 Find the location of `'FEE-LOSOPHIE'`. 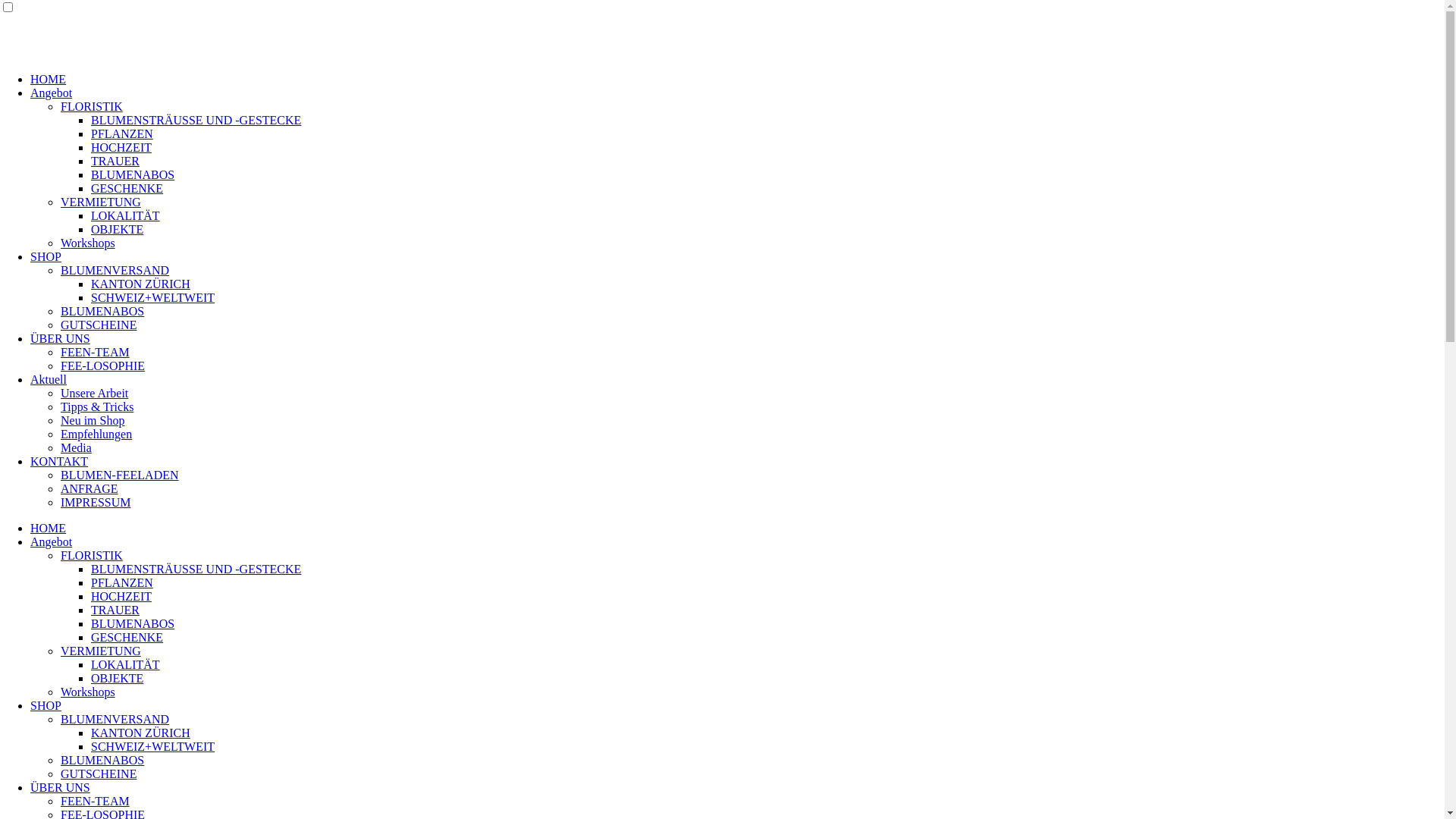

'FEE-LOSOPHIE' is located at coordinates (102, 366).